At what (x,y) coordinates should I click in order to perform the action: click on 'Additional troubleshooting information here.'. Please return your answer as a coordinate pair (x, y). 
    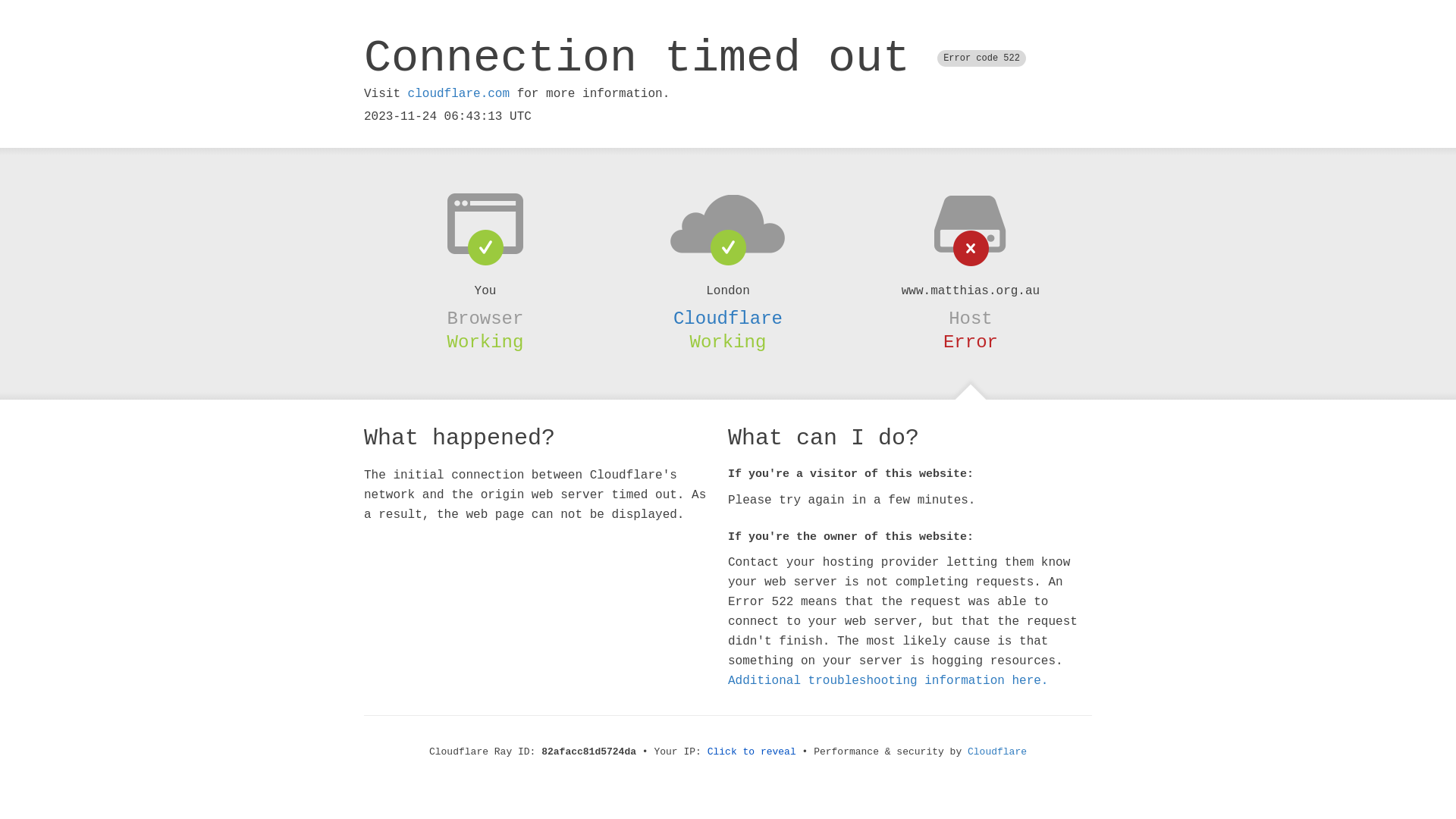
    Looking at the image, I should click on (888, 680).